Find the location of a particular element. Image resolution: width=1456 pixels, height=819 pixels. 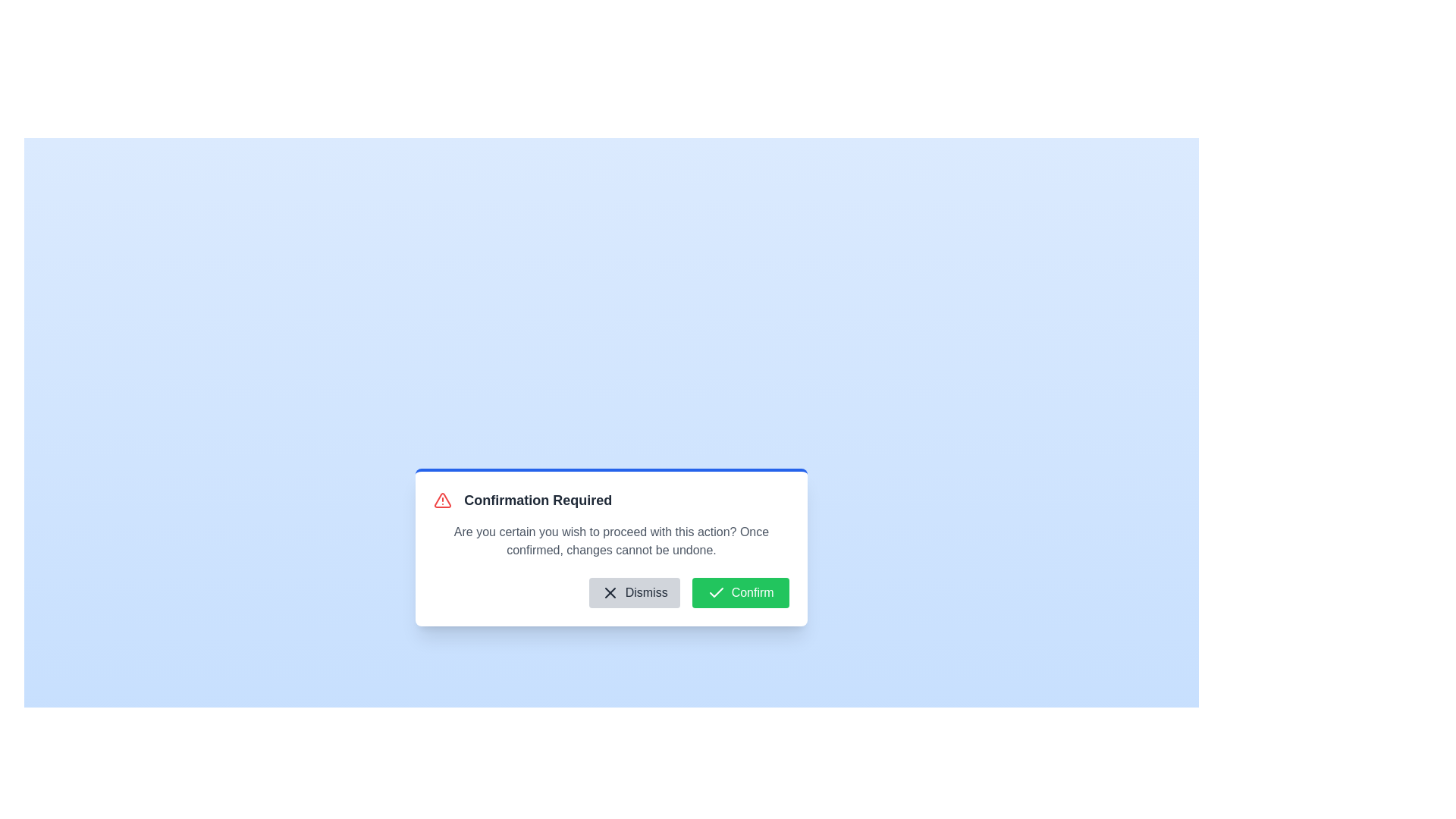

the 'Dismiss' button, which is a rectangular button with a light gray background and darker gray text, located in the footer section of the confirmation dialog box is located at coordinates (611, 592).